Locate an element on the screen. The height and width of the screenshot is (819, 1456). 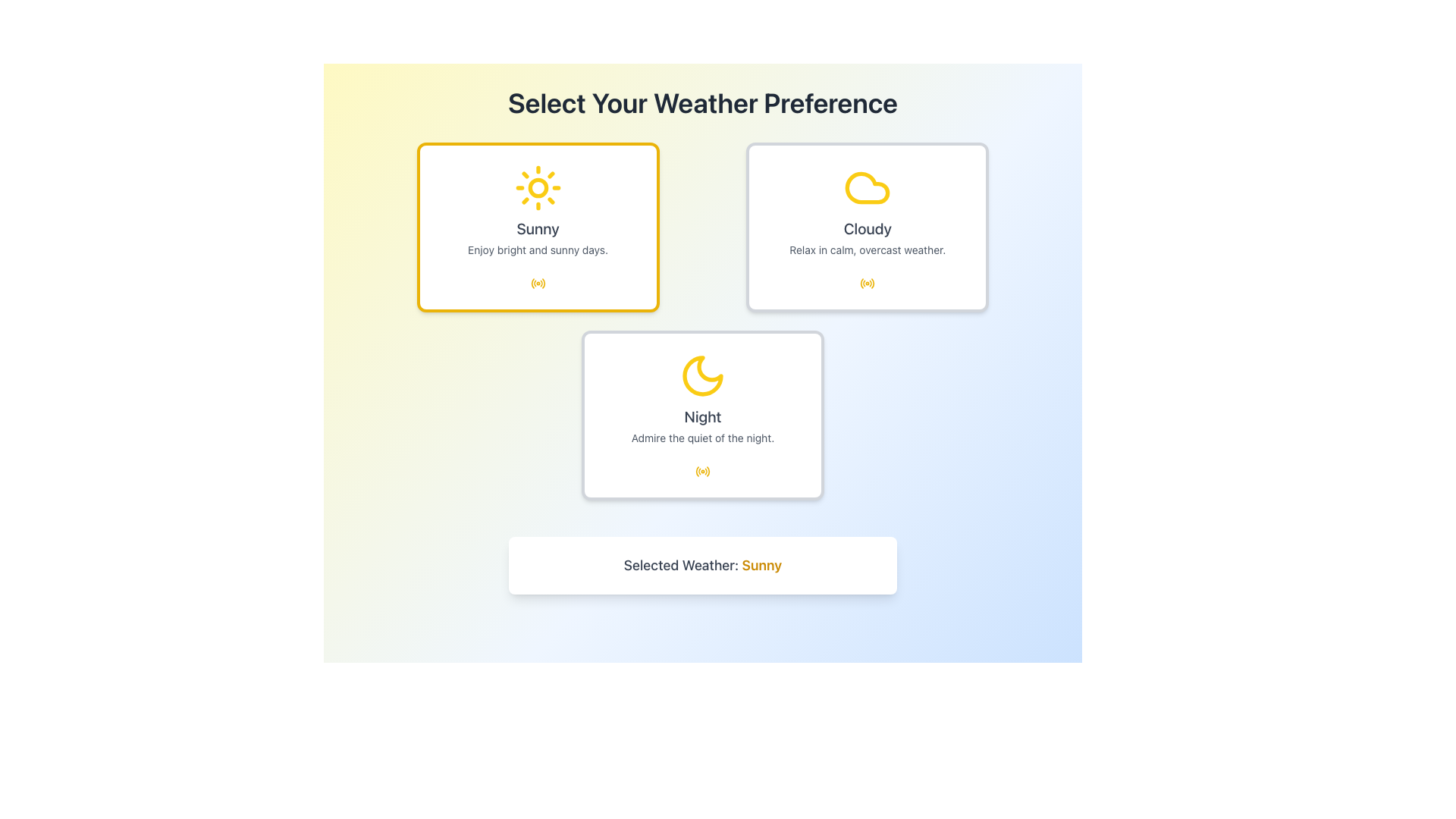
the sun-shaped icon with rays, styled in yellow, located on the white card with a yellow border, positioned above the text 'Sunny' and 'Enjoy bright and sunny days.' is located at coordinates (538, 187).